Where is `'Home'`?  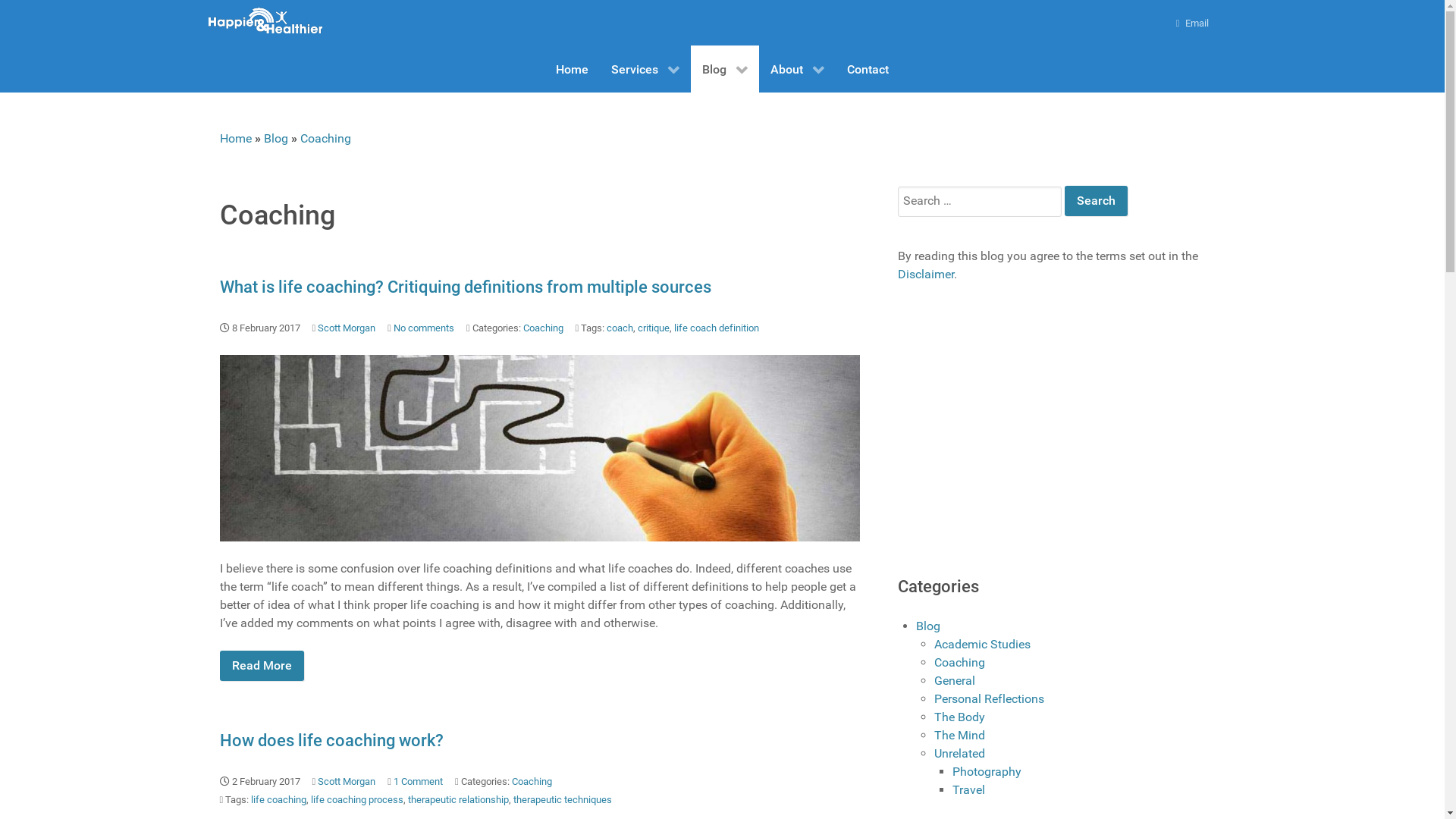
'Home' is located at coordinates (571, 69).